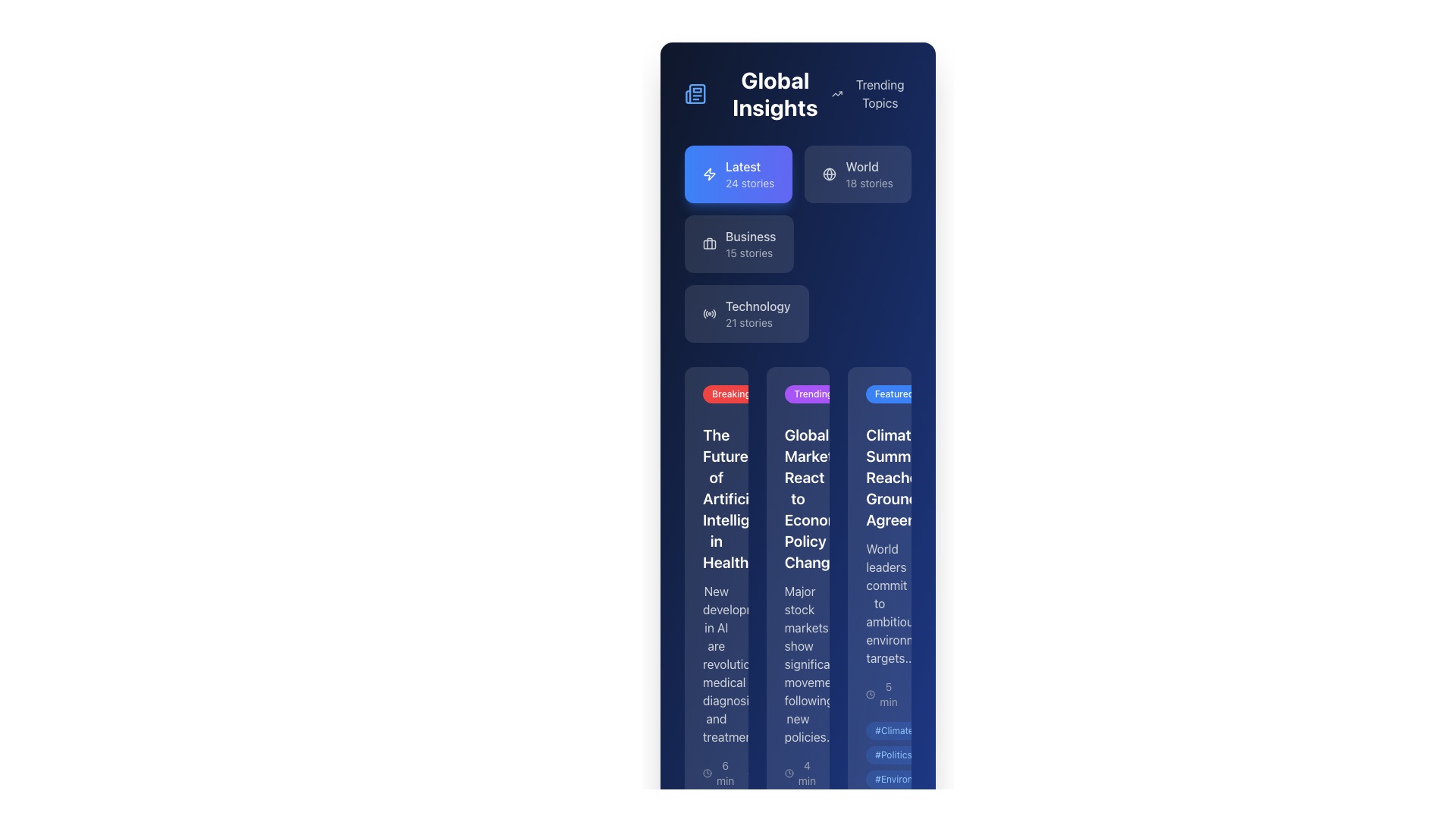 This screenshot has width=1456, height=819. What do you see at coordinates (789, 773) in the screenshot?
I see `the circular SVG element with a thin stroke line, located within the clock icon below the title and description of the third featured card` at bounding box center [789, 773].